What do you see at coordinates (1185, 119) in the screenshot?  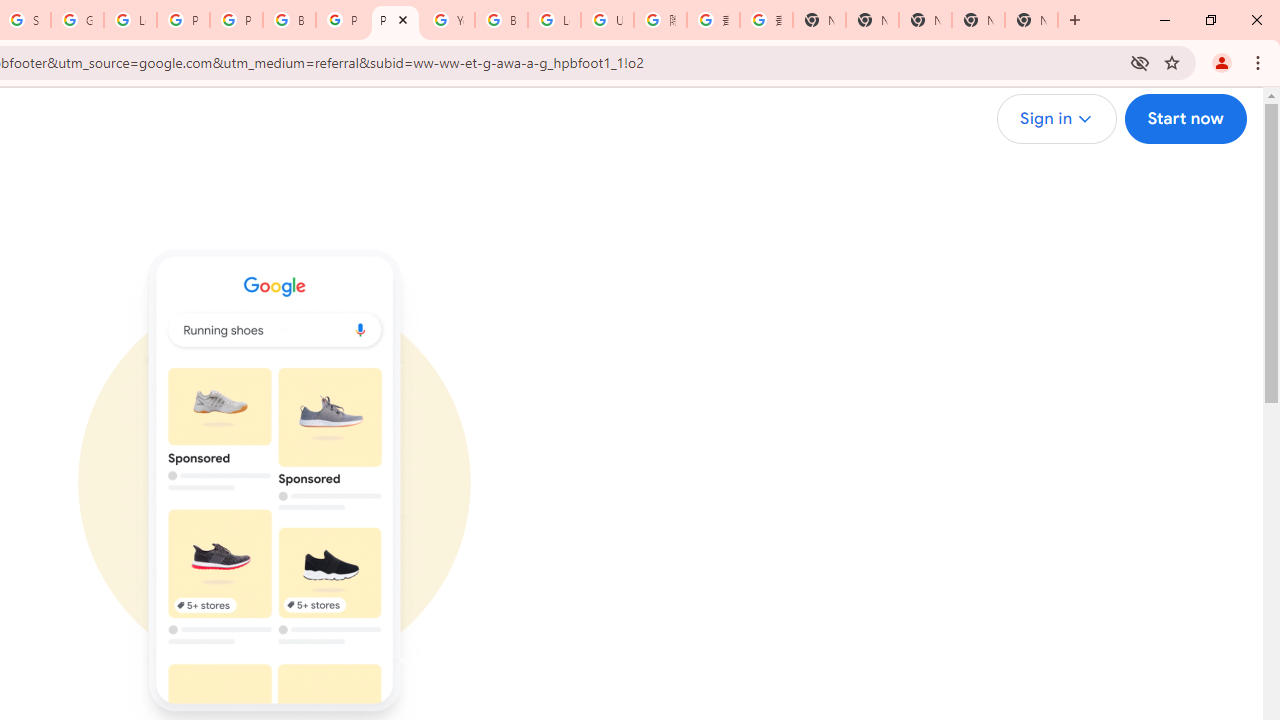 I see `'Start now'` at bounding box center [1185, 119].